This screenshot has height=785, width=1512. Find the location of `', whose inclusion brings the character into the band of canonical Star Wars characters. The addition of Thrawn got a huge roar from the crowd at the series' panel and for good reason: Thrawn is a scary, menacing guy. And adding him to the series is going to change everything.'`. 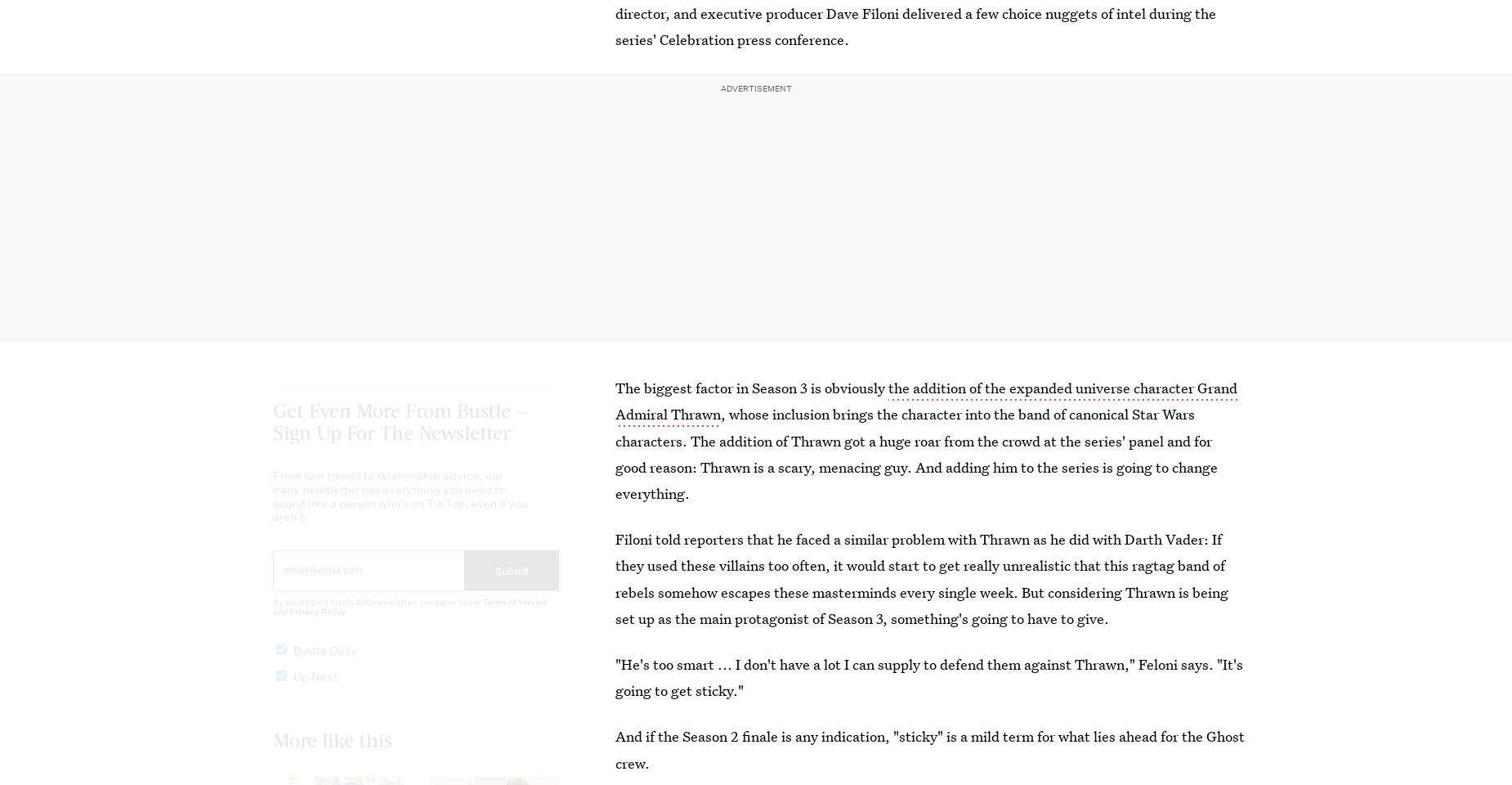

', whose inclusion brings the character into the band of canonical Star Wars characters. The addition of Thrawn got a huge roar from the crowd at the series' panel and for good reason: Thrawn is a scary, menacing guy. And adding him to the series is going to change everything.' is located at coordinates (915, 453).